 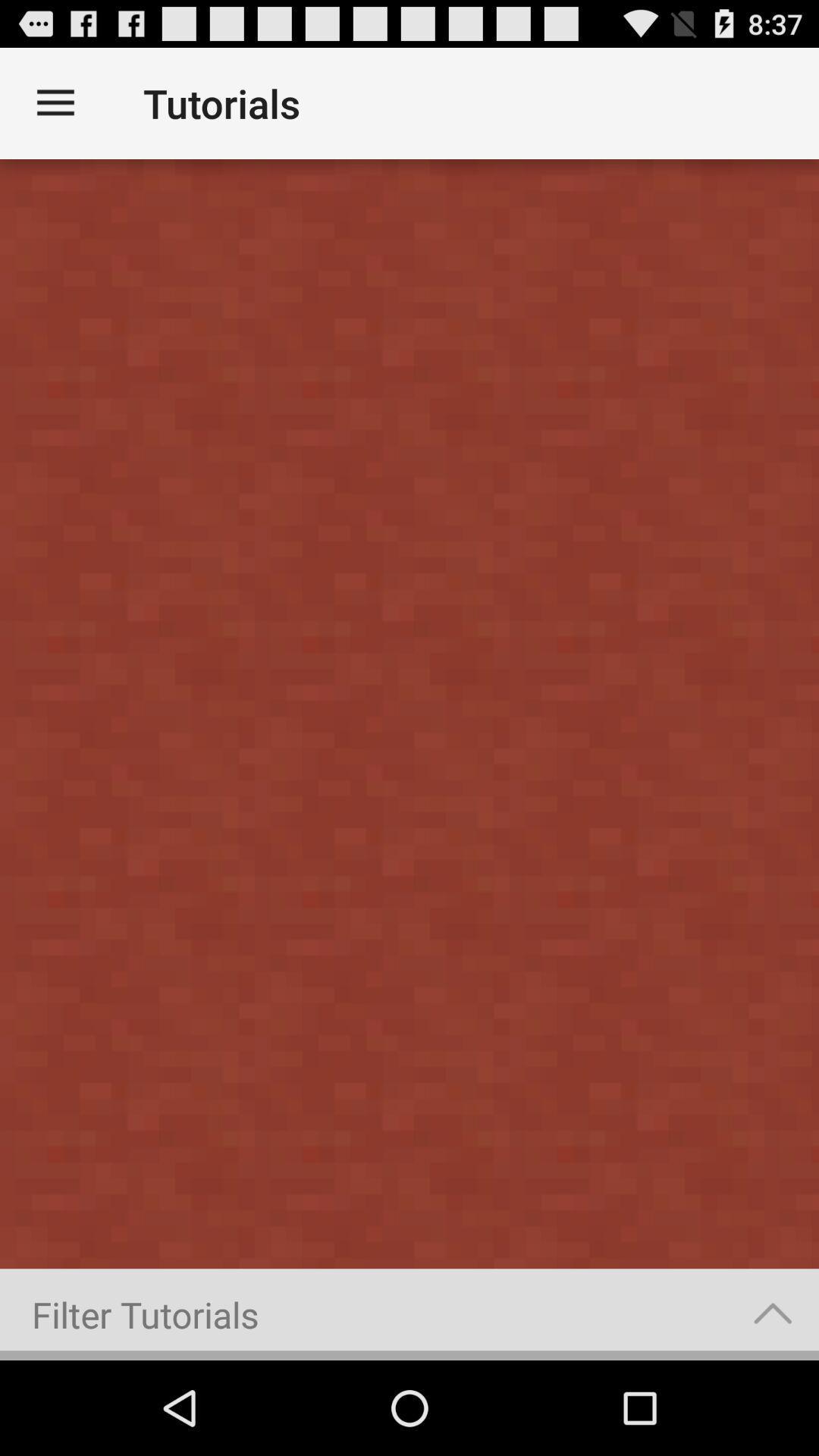 I want to click on the icon to the left of tutorials icon, so click(x=55, y=102).